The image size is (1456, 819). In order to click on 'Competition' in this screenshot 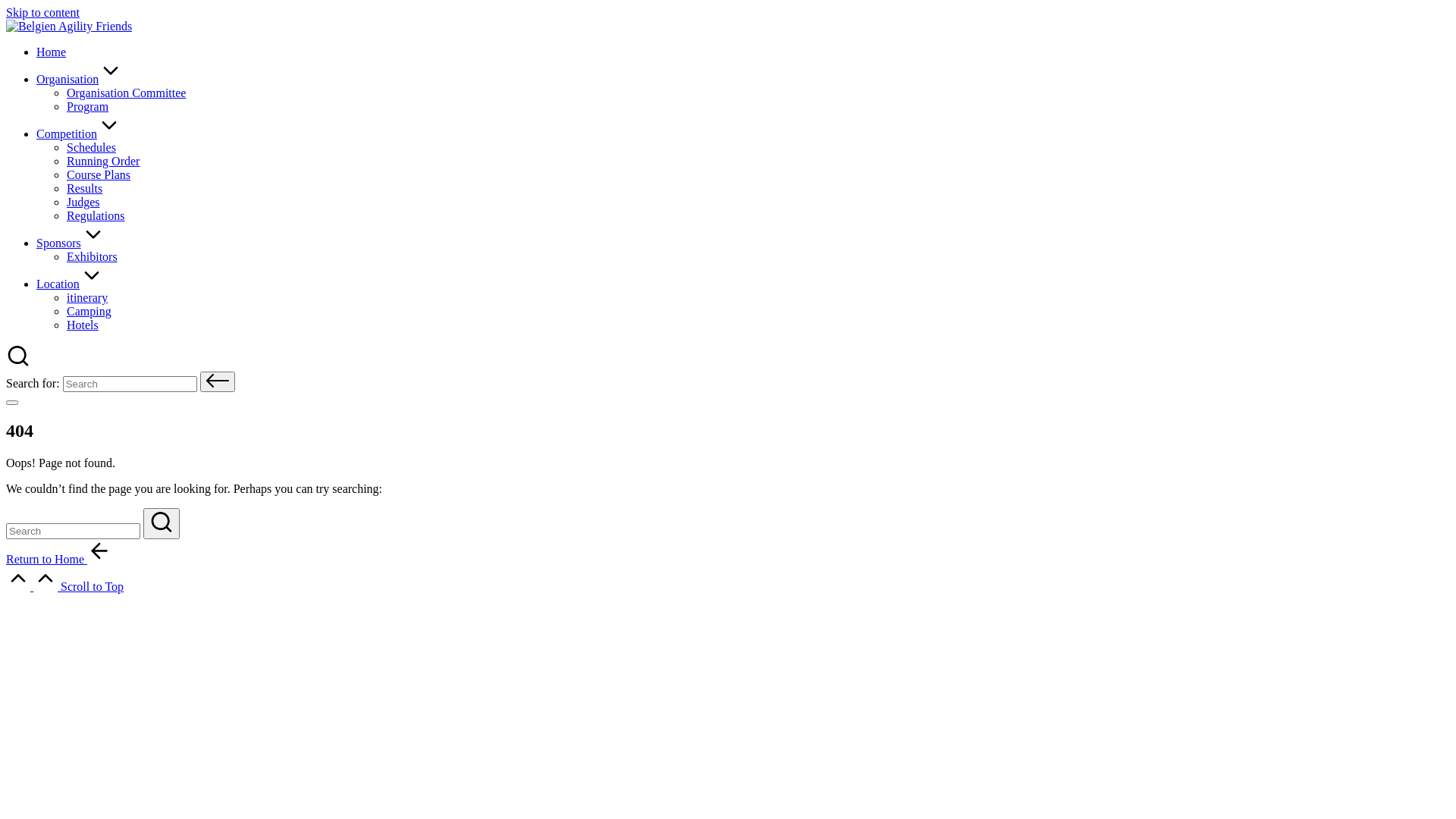, I will do `click(78, 133)`.